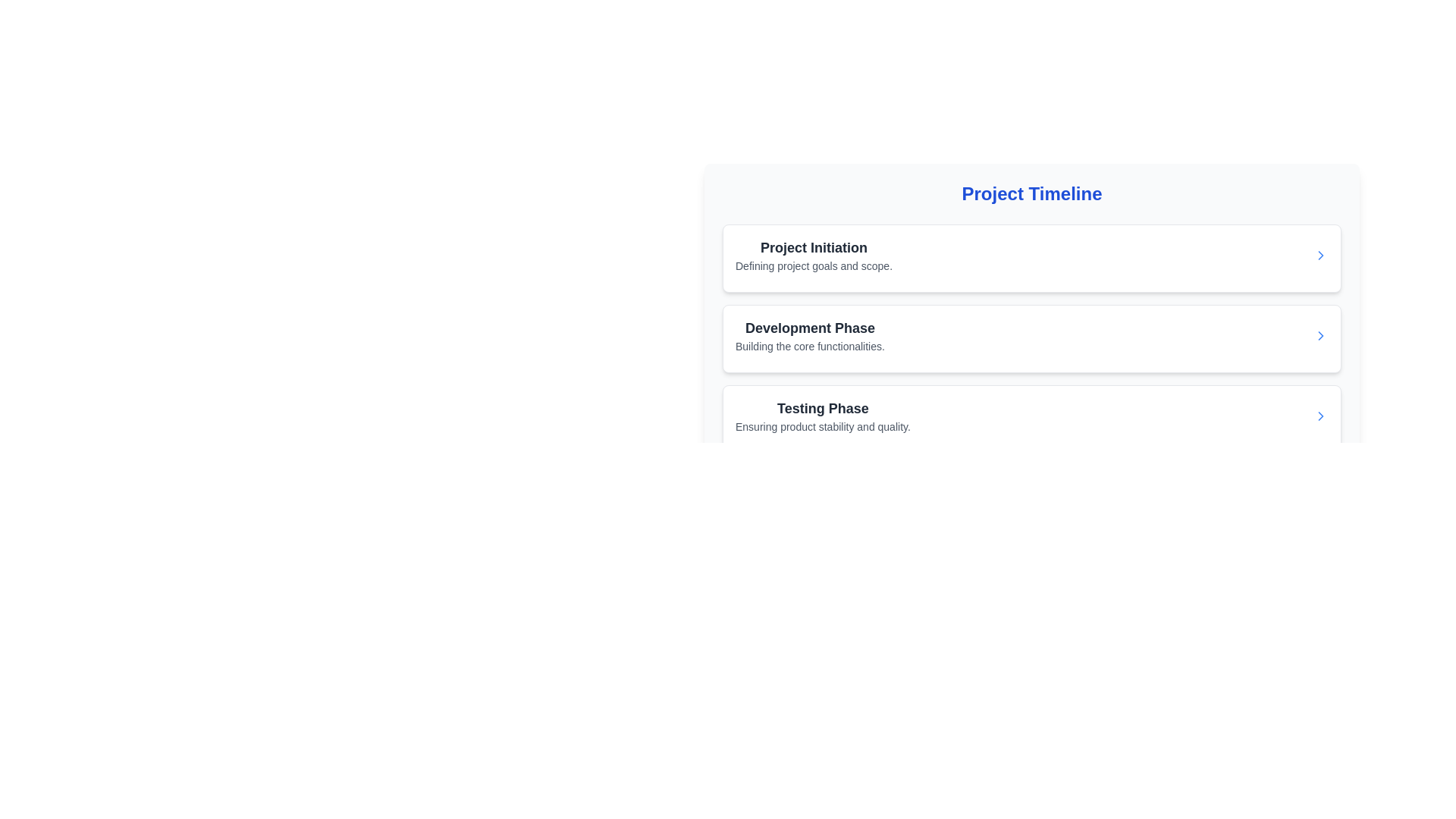 This screenshot has width=1456, height=819. I want to click on text content of the Text block that serves as a section header and description for the 'Testing Phase' of the project timeline, which is located beneath the 'Development Phase' section, so click(822, 416).